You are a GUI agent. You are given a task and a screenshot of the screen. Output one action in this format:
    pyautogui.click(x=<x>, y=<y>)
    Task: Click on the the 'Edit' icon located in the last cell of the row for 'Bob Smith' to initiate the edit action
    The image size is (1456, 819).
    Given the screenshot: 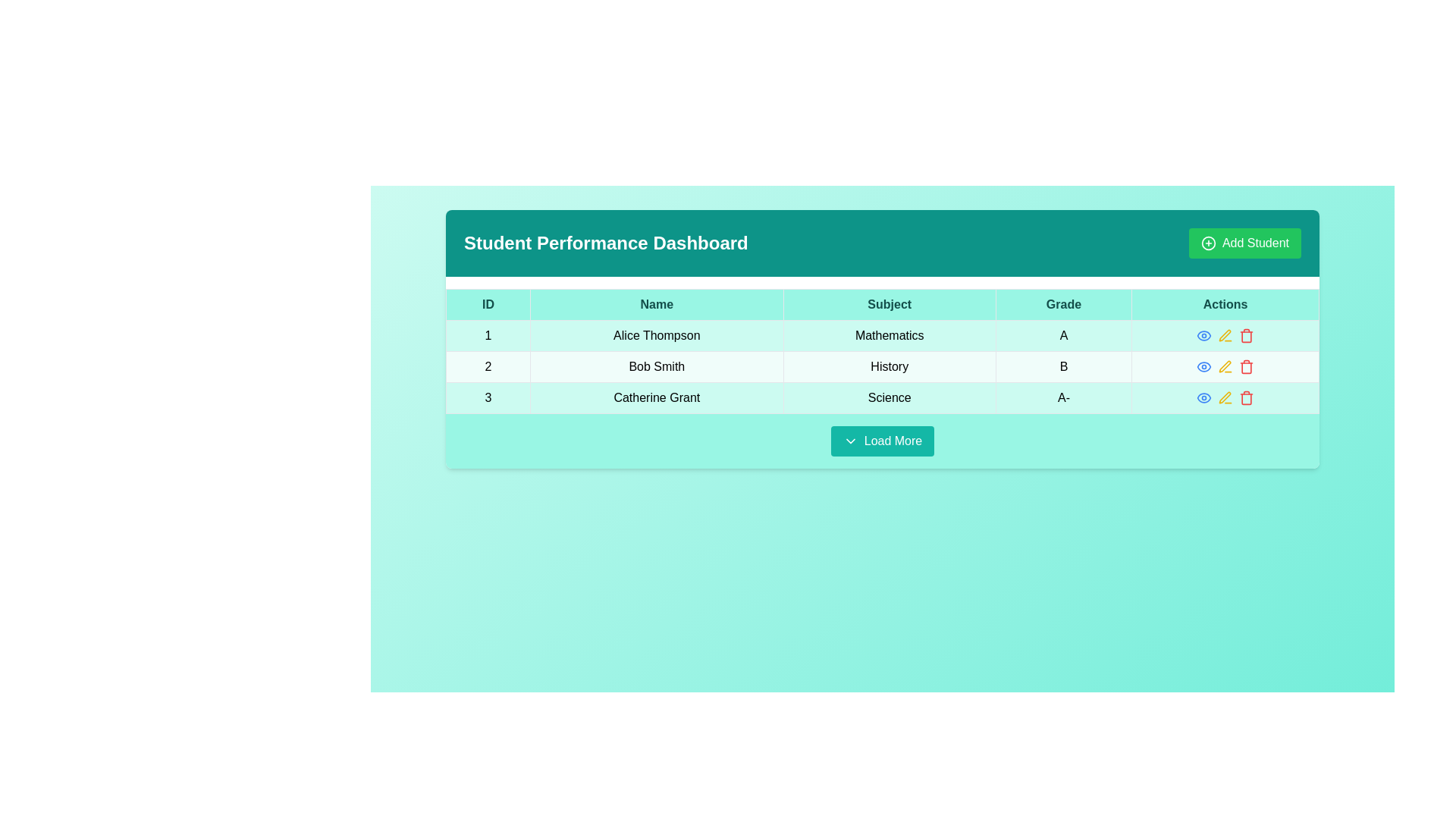 What is the action you would take?
    pyautogui.click(x=1225, y=334)
    